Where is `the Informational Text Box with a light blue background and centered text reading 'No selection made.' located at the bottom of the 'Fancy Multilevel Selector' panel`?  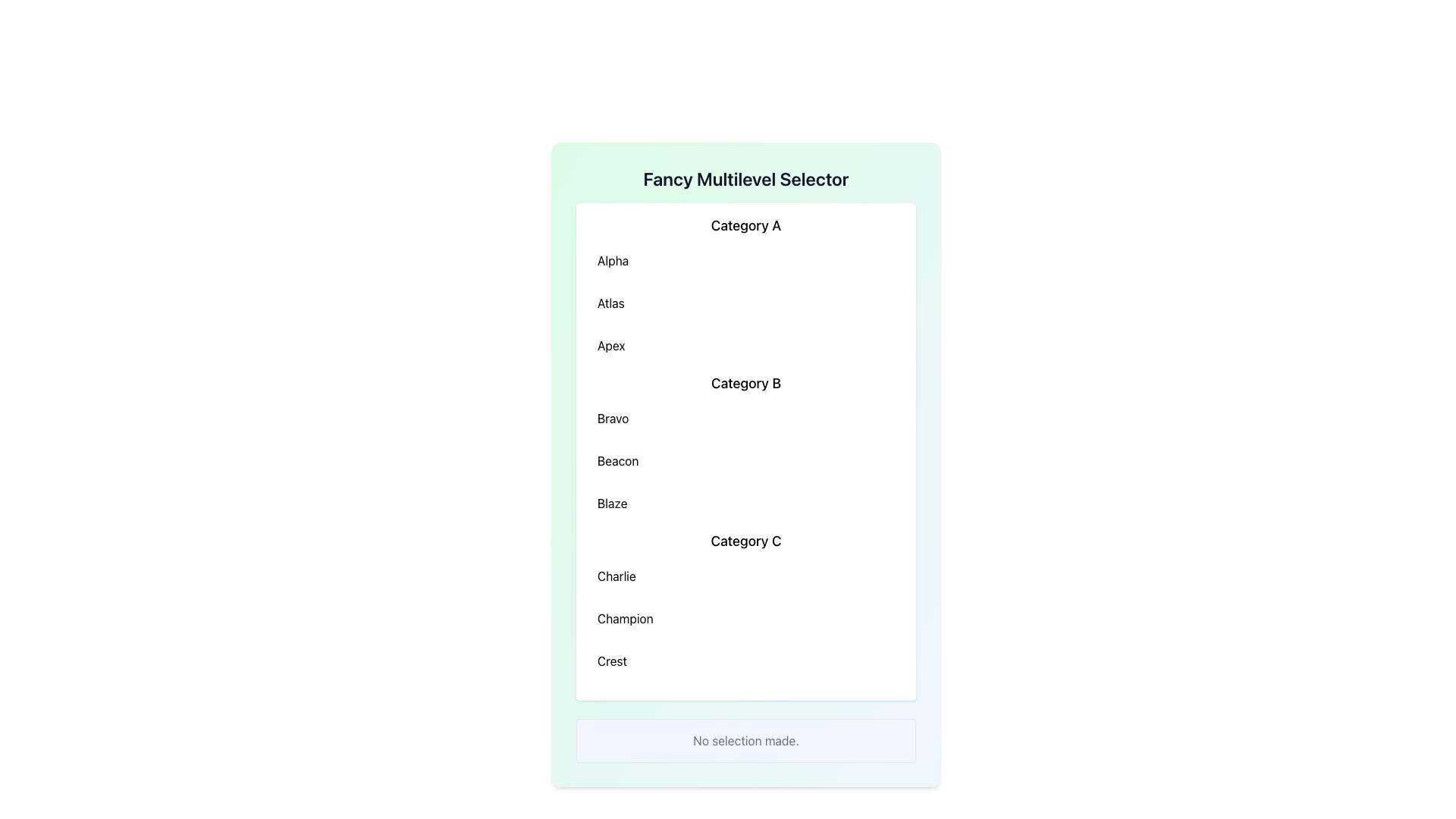 the Informational Text Box with a light blue background and centered text reading 'No selection made.' located at the bottom of the 'Fancy Multilevel Selector' panel is located at coordinates (745, 739).